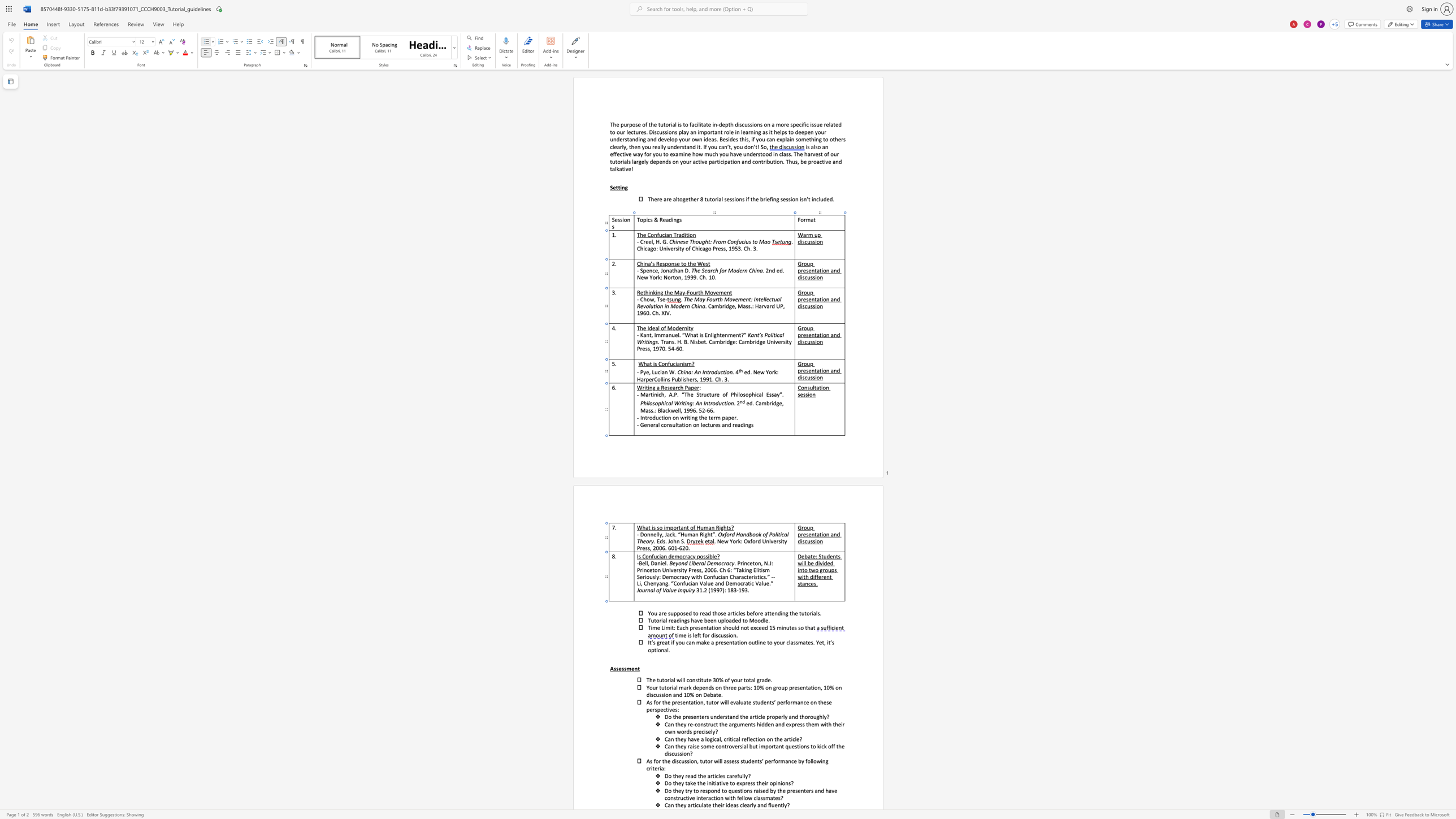 The image size is (1456, 819). Describe the element at coordinates (788, 642) in the screenshot. I see `the space between the continuous character "c" and "l" in the text` at that location.